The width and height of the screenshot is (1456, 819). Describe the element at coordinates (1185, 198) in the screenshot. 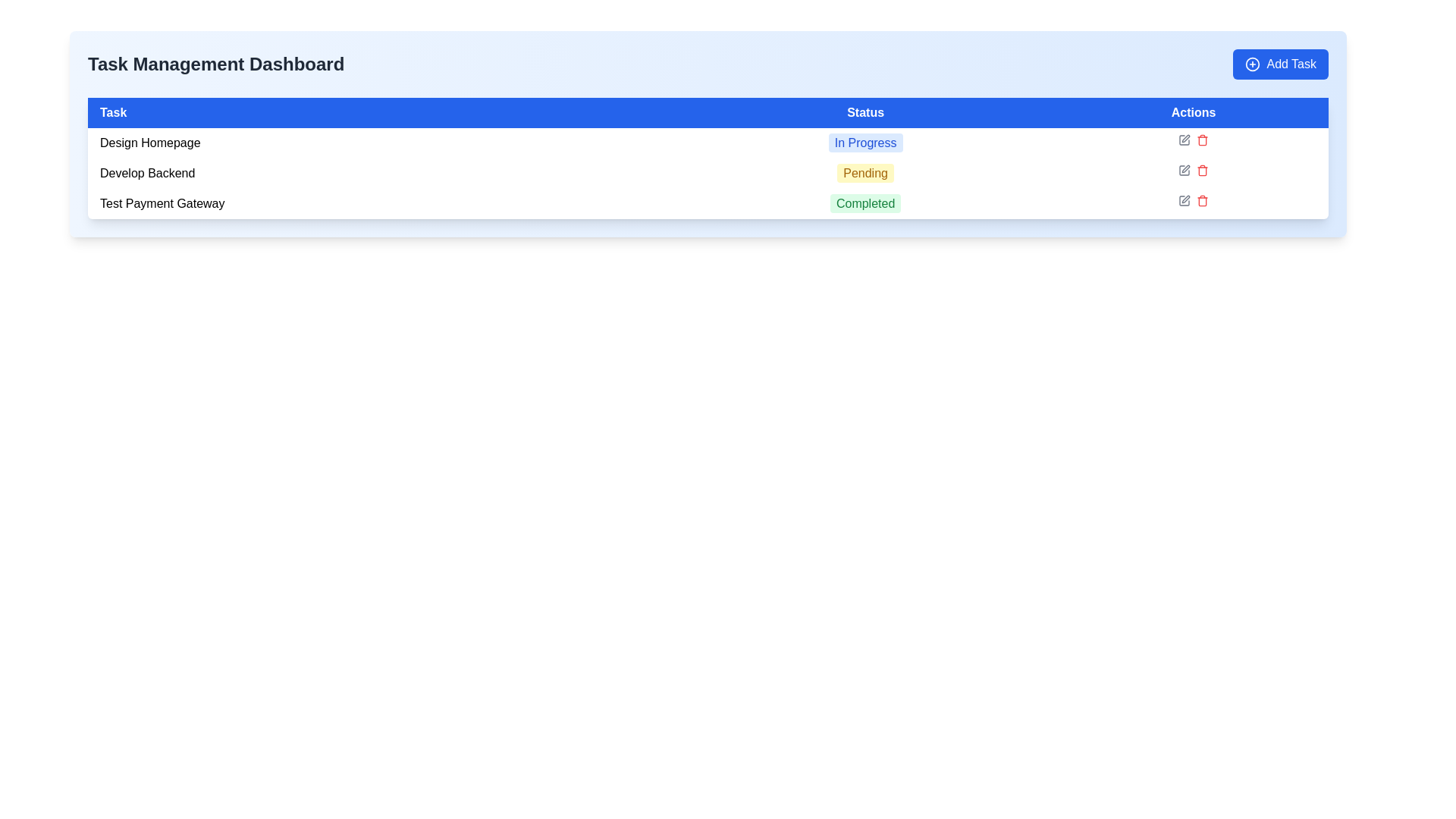

I see `the edit button for the task titled 'Test Payment Gateway'` at that location.